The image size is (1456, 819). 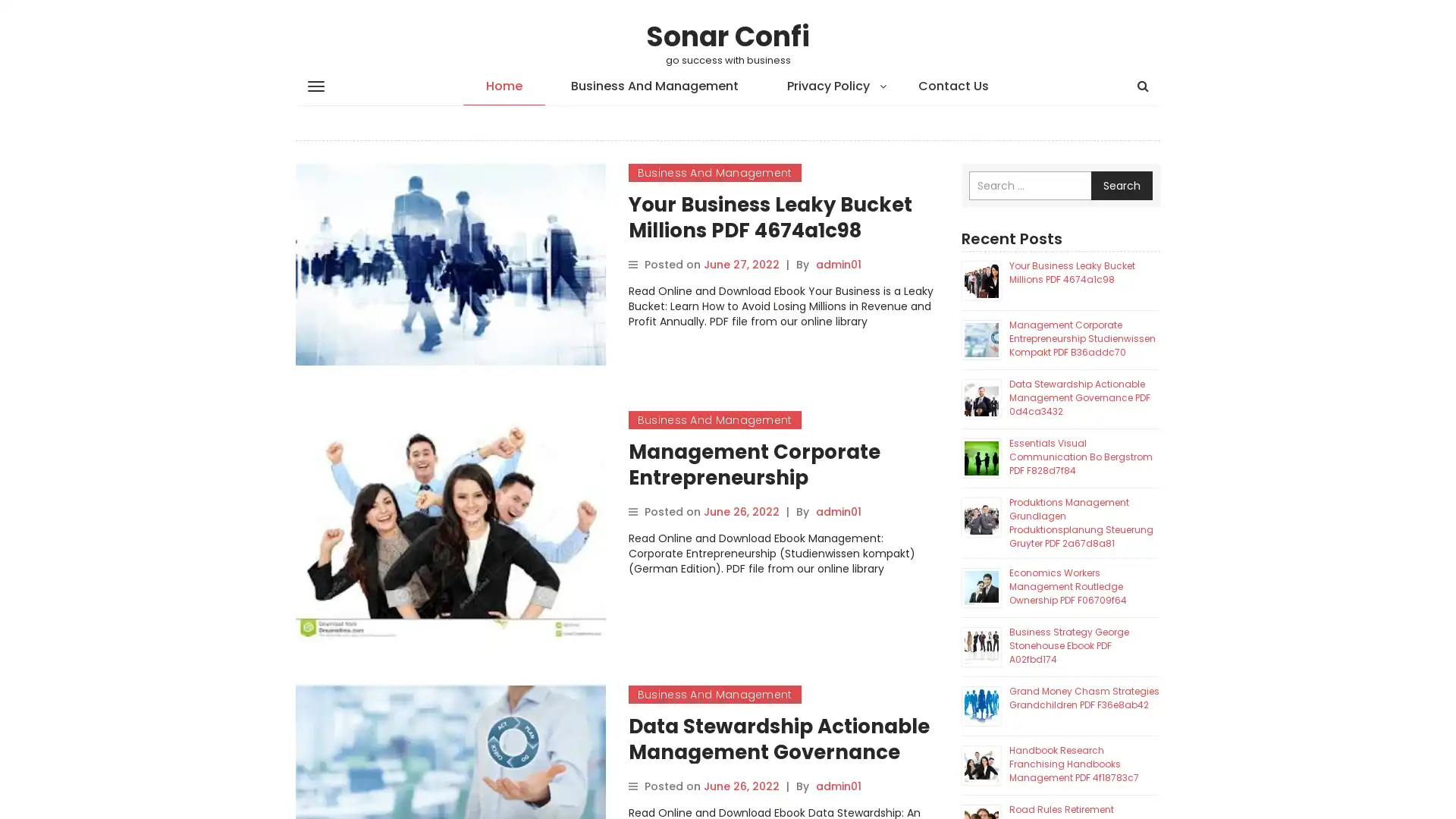 What do you see at coordinates (1122, 185) in the screenshot?
I see `Search` at bounding box center [1122, 185].